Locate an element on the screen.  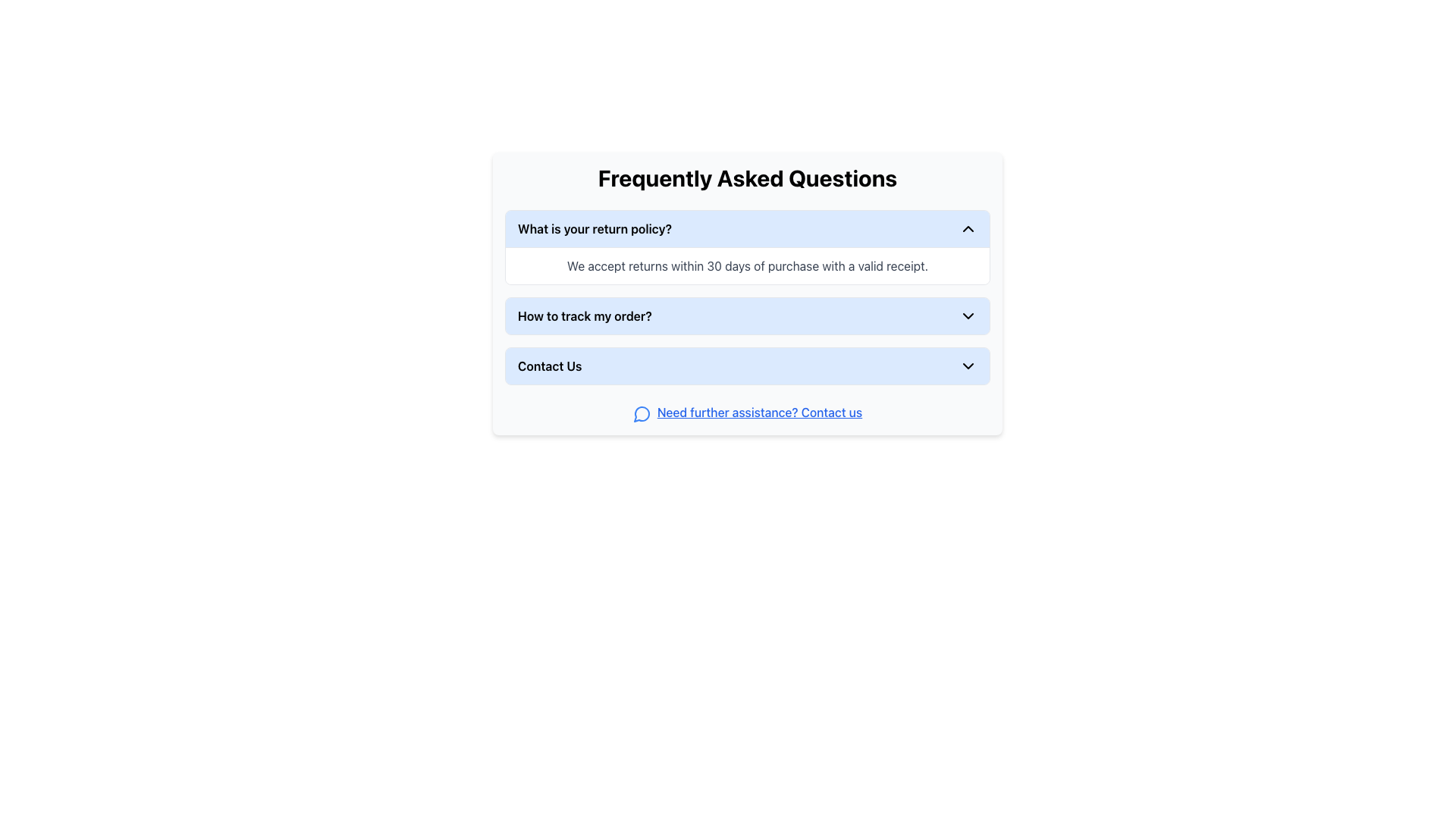
the messaging icon located to the left of the 'Need further assistance? Contact us' text link in the FAQ section is located at coordinates (642, 413).